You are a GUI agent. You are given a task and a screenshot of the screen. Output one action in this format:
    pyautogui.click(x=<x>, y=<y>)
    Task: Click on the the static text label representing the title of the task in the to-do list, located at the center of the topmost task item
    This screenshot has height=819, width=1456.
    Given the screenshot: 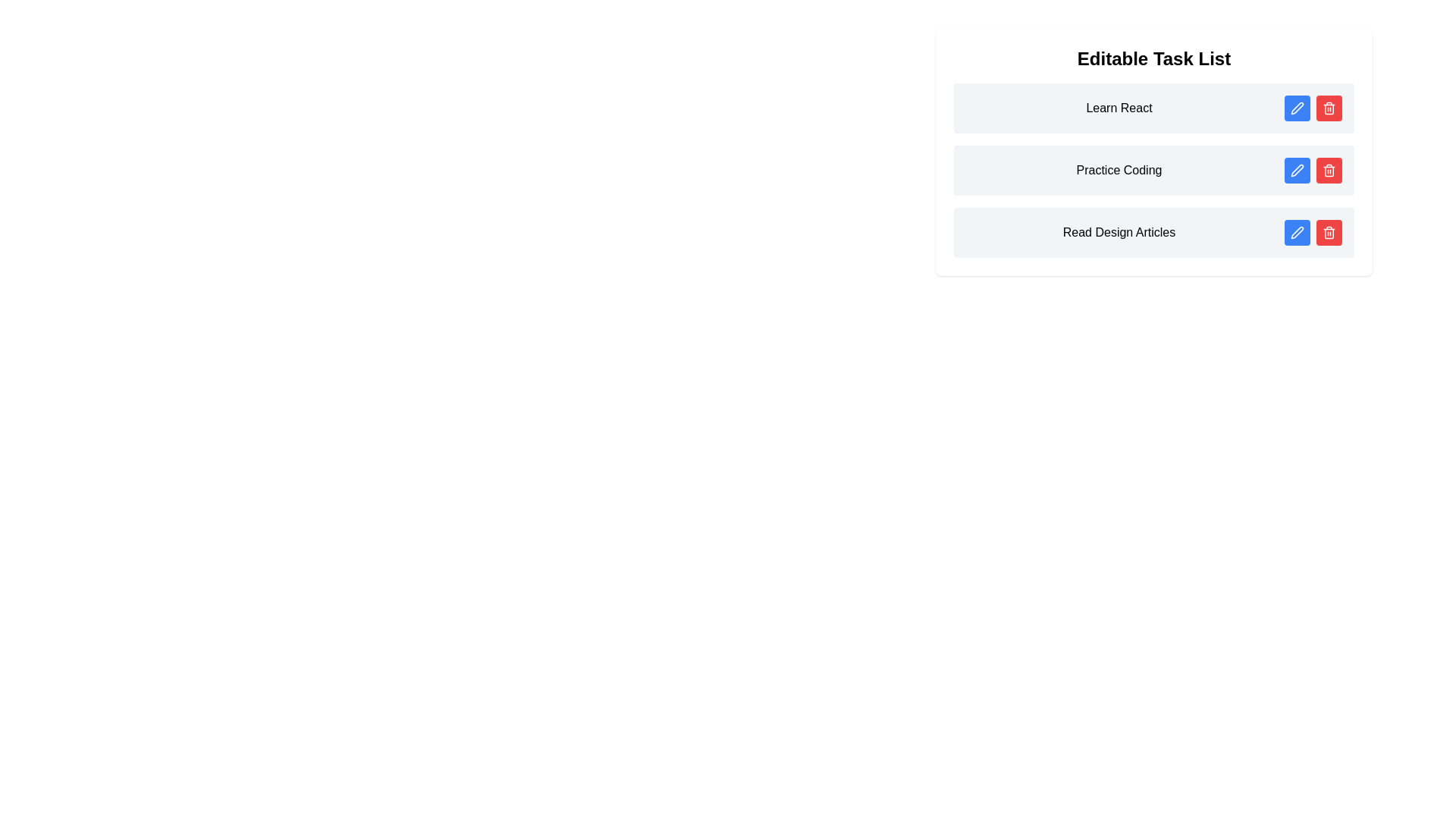 What is the action you would take?
    pyautogui.click(x=1119, y=107)
    